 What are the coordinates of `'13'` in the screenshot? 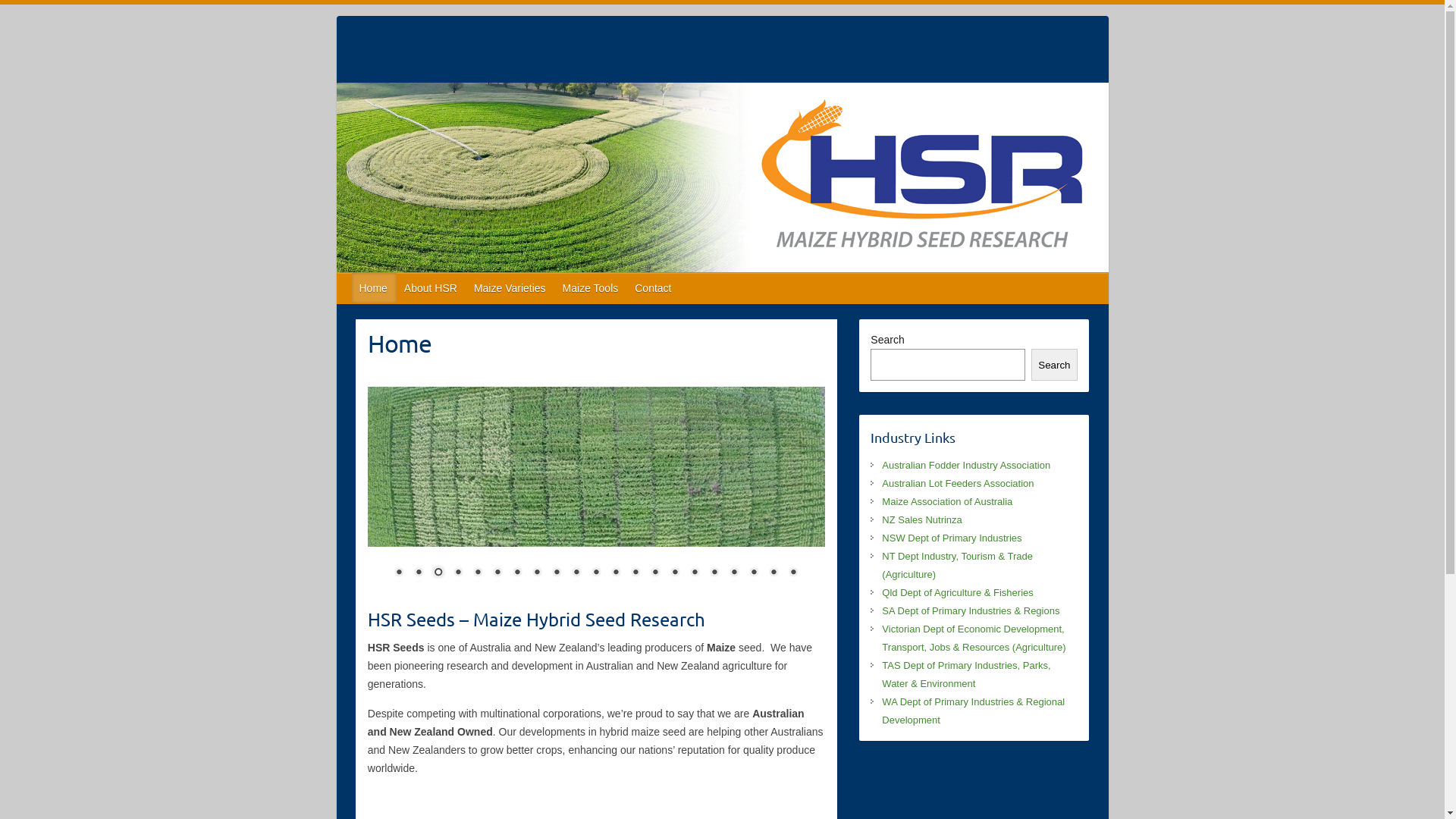 It's located at (635, 573).